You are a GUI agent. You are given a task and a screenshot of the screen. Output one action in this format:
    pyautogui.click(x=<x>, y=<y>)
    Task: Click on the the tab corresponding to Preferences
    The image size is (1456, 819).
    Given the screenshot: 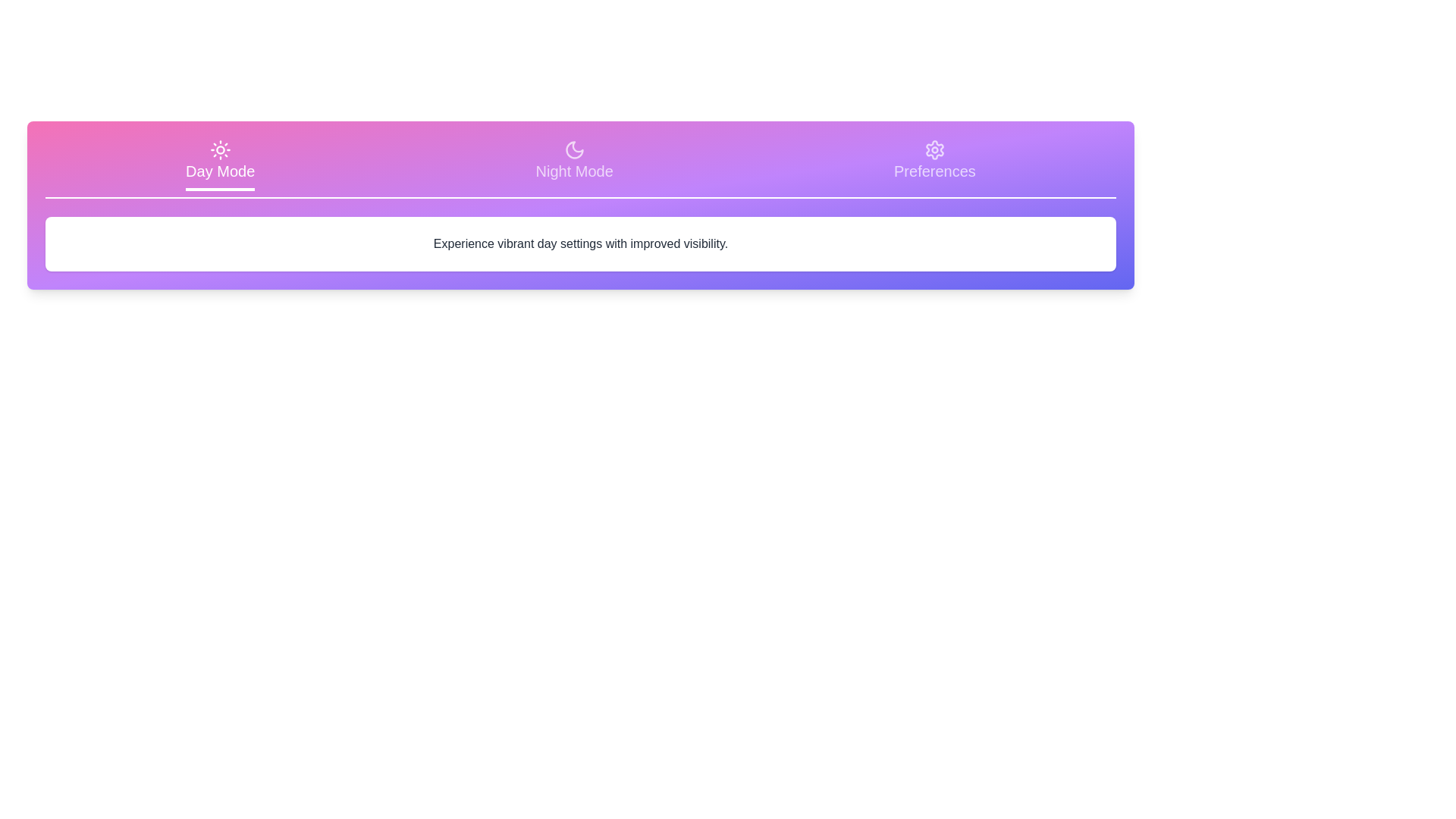 What is the action you would take?
    pyautogui.click(x=934, y=165)
    